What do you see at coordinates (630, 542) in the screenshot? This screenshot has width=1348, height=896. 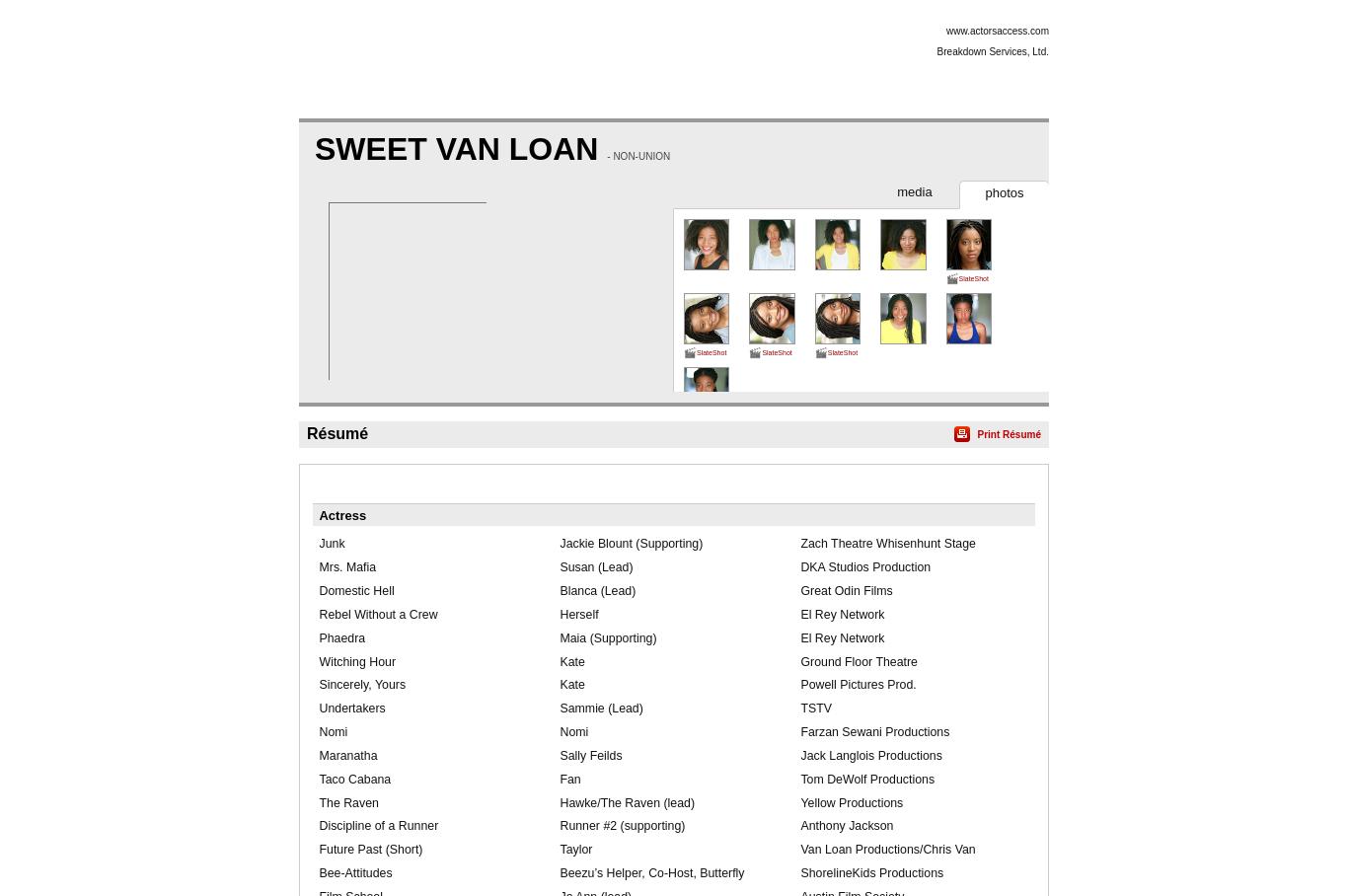 I see `'Jackie Blount (Supporting)'` at bounding box center [630, 542].